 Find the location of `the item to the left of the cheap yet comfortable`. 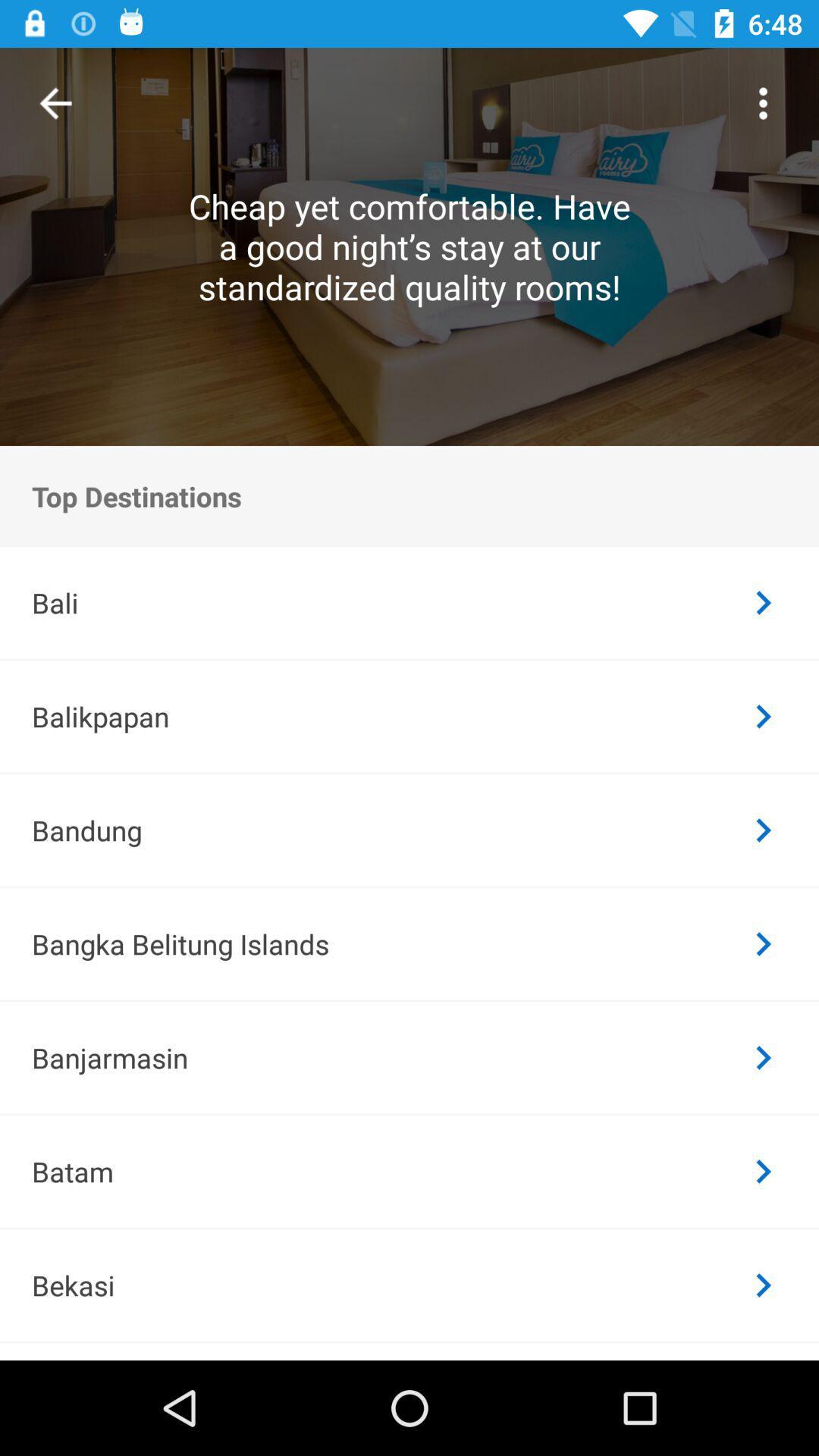

the item to the left of the cheap yet comfortable is located at coordinates (55, 102).